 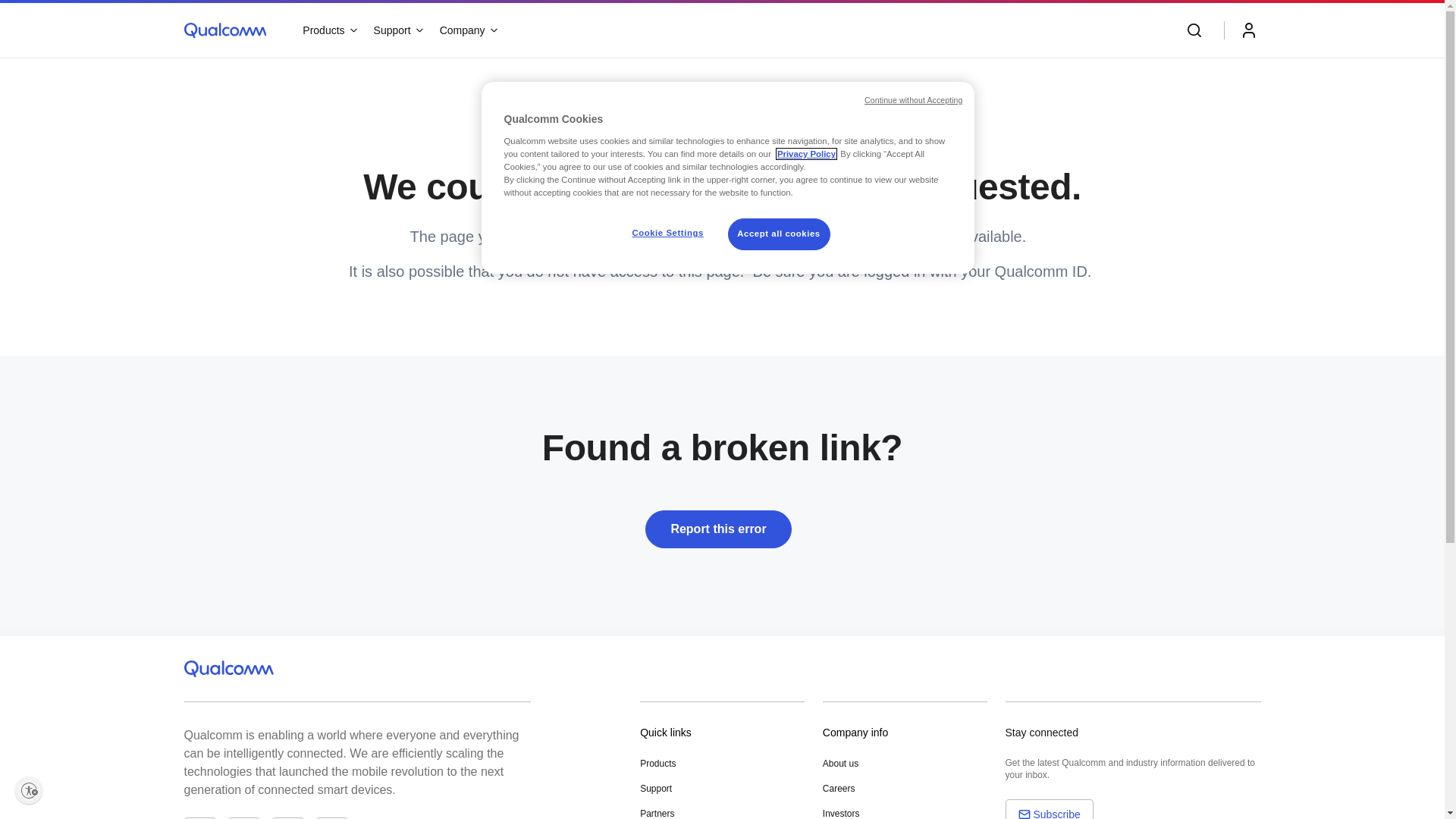 What do you see at coordinates (467, 30) in the screenshot?
I see `'Company'` at bounding box center [467, 30].